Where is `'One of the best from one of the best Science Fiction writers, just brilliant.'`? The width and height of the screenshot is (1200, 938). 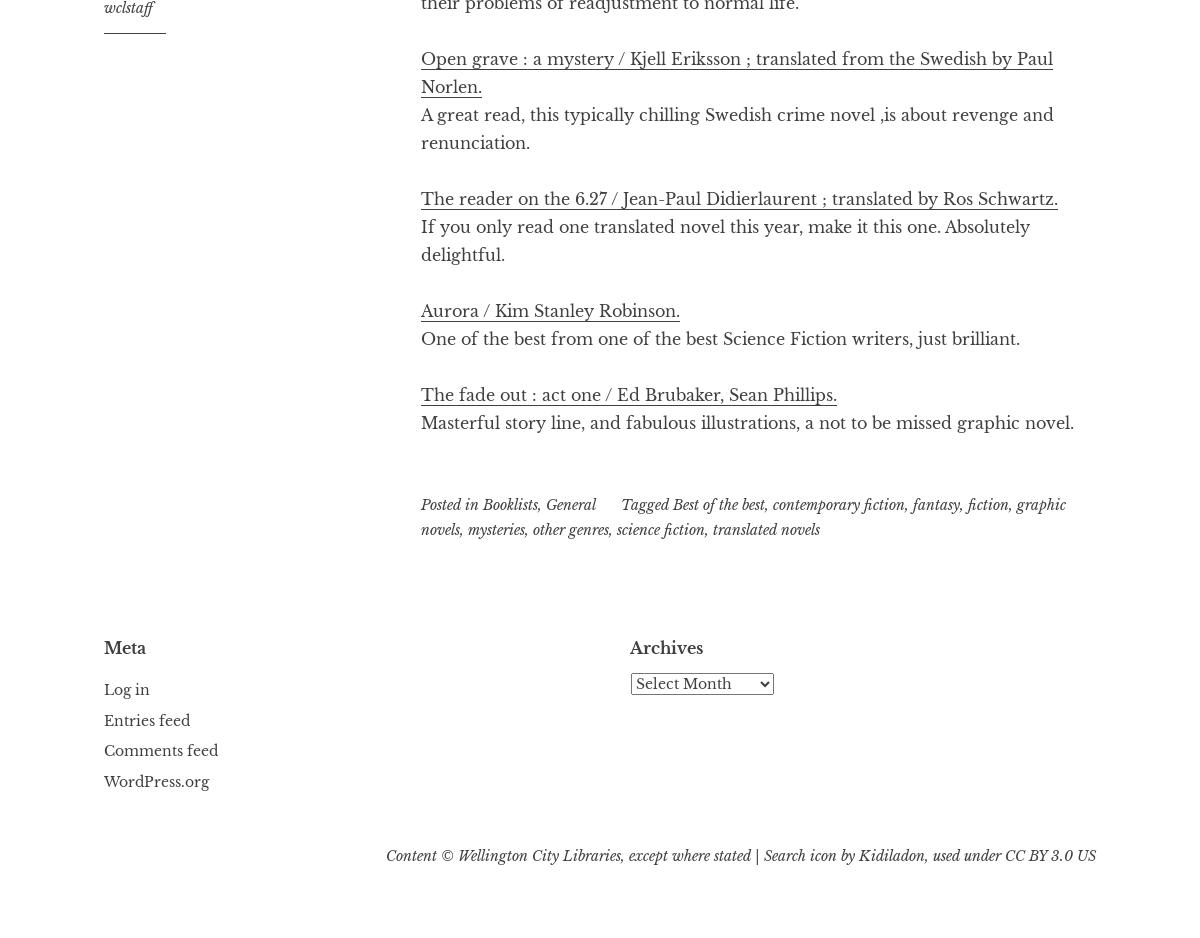 'One of the best from one of the best Science Fiction writers, just brilliant.' is located at coordinates (720, 338).